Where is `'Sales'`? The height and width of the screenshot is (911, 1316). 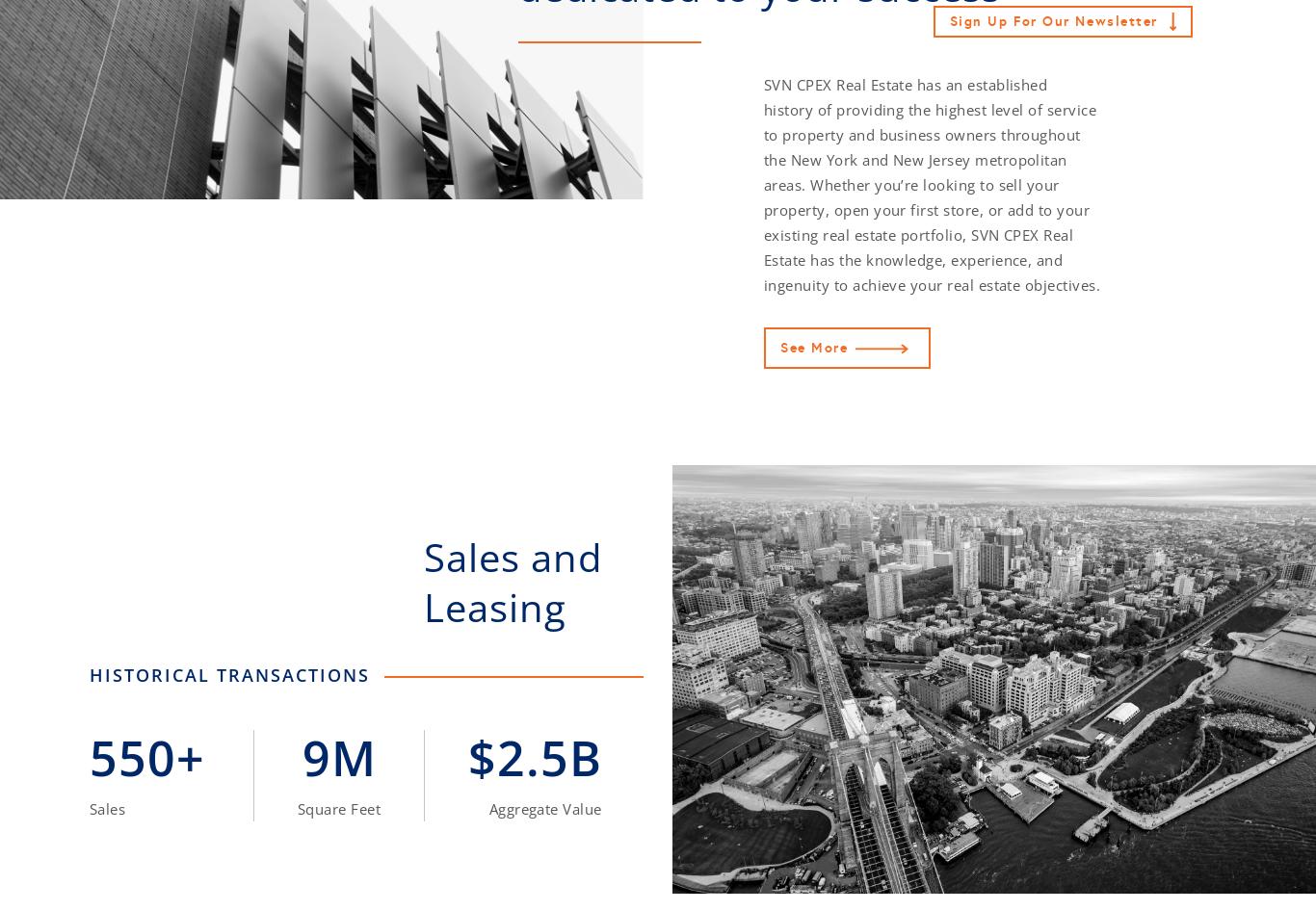 'Sales' is located at coordinates (107, 808).